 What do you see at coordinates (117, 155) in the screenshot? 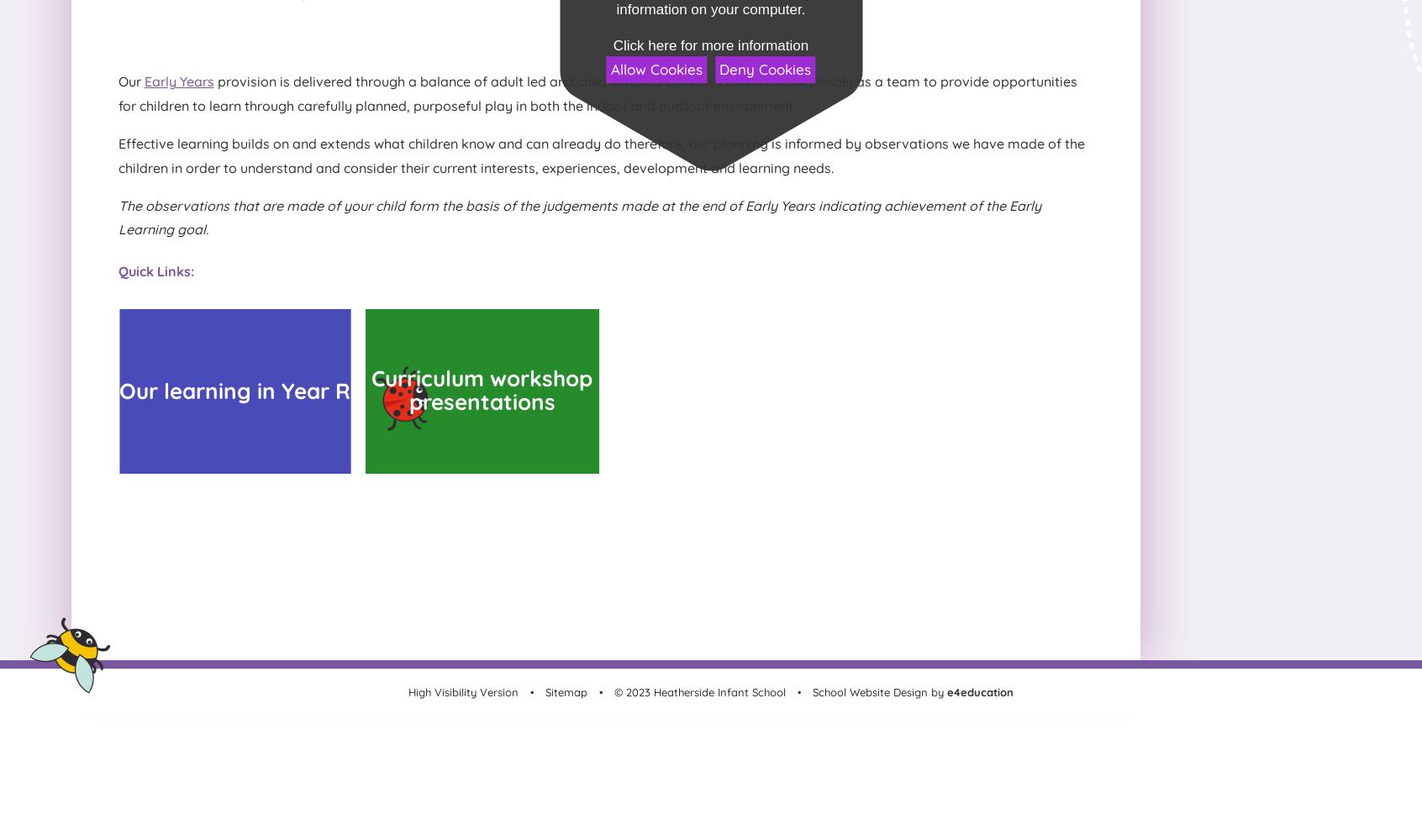
I see `'Effective learning builds on and extends what children know and can already do therefore, our planning is informed by observations we have made of the children in order to understand and consider their current interests, experiences, development and learning needs.'` at bounding box center [117, 155].